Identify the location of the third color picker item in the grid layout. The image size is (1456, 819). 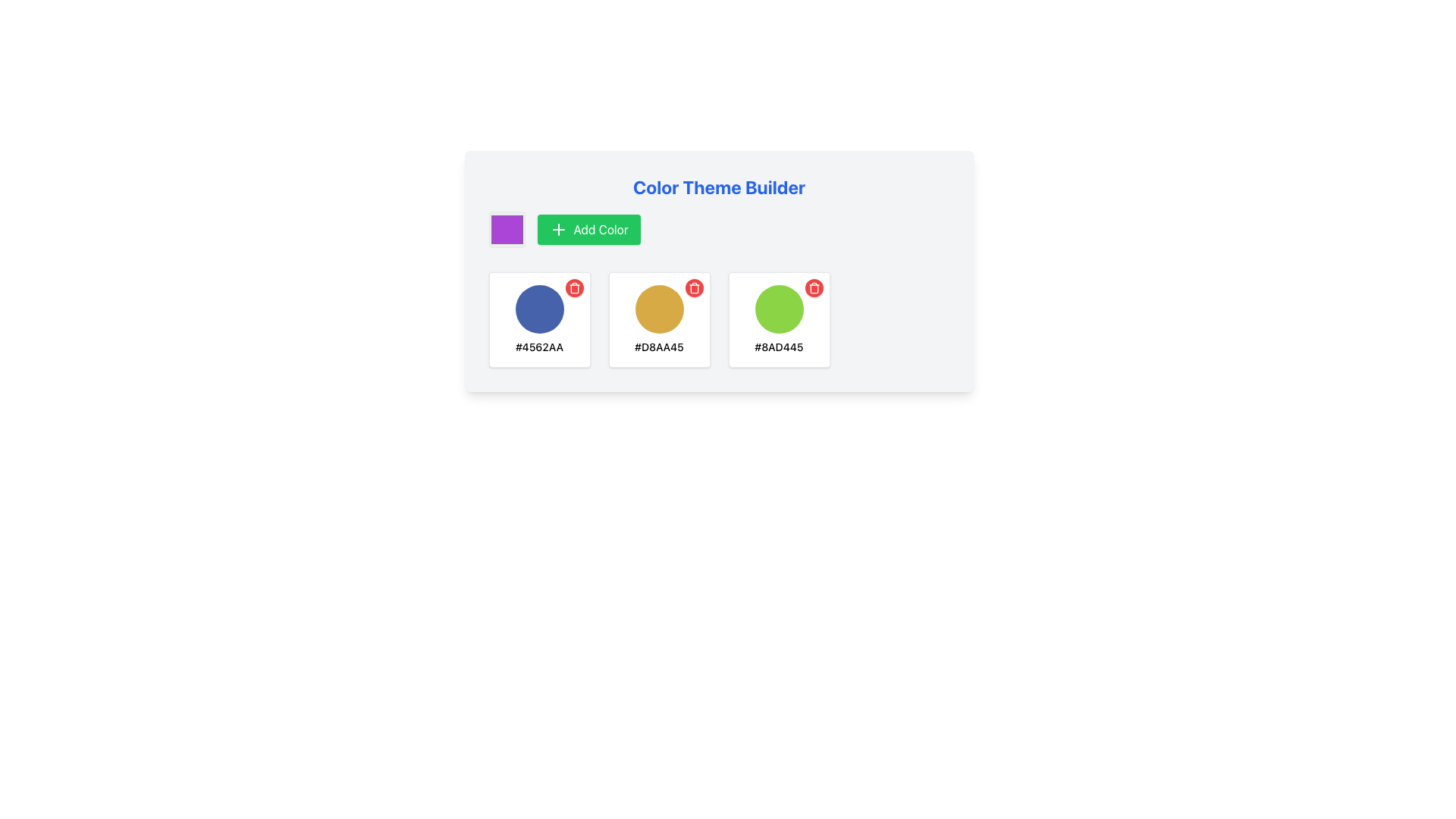
(779, 318).